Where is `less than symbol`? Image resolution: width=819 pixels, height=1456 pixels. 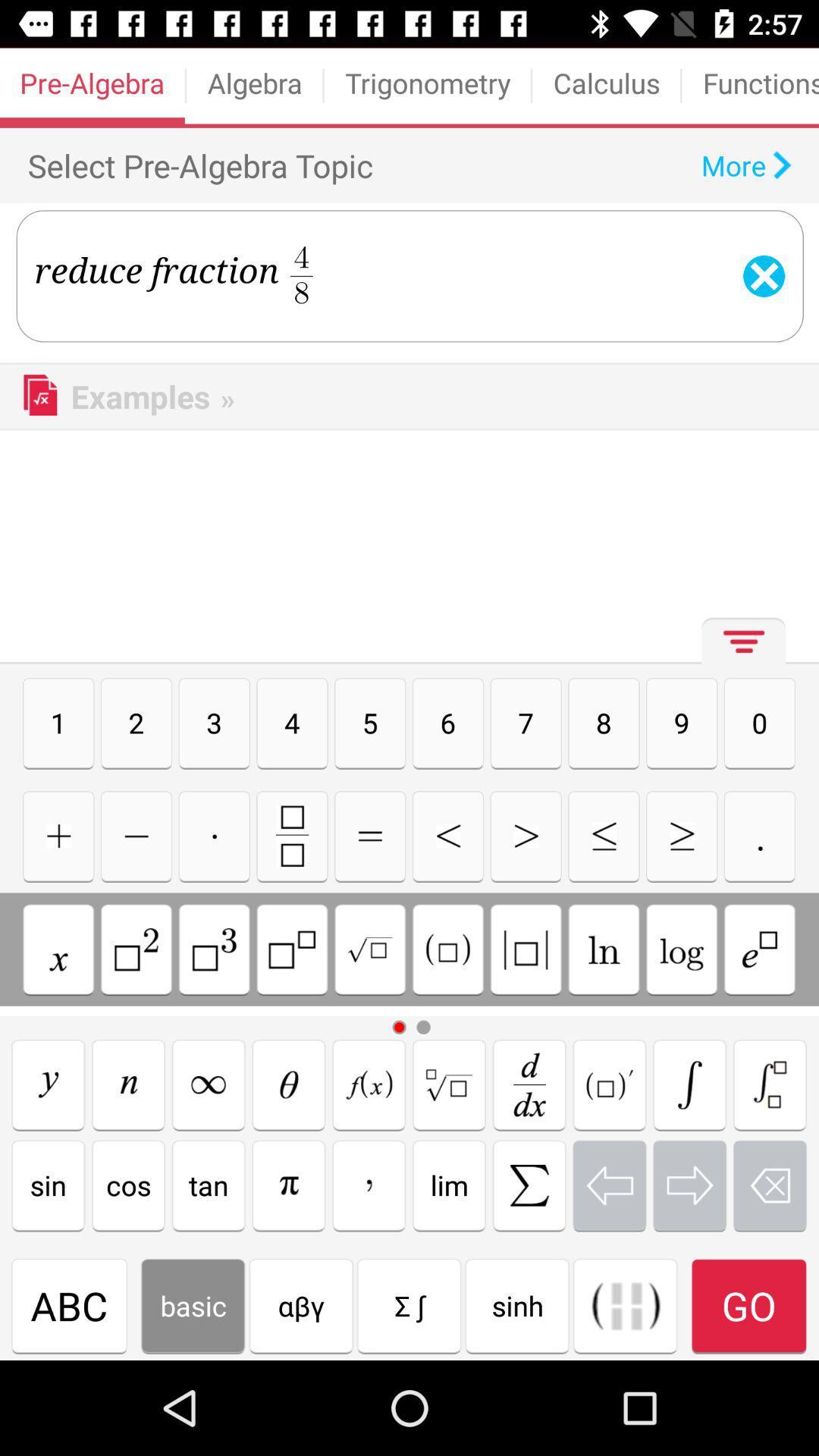 less than symbol is located at coordinates (447, 835).